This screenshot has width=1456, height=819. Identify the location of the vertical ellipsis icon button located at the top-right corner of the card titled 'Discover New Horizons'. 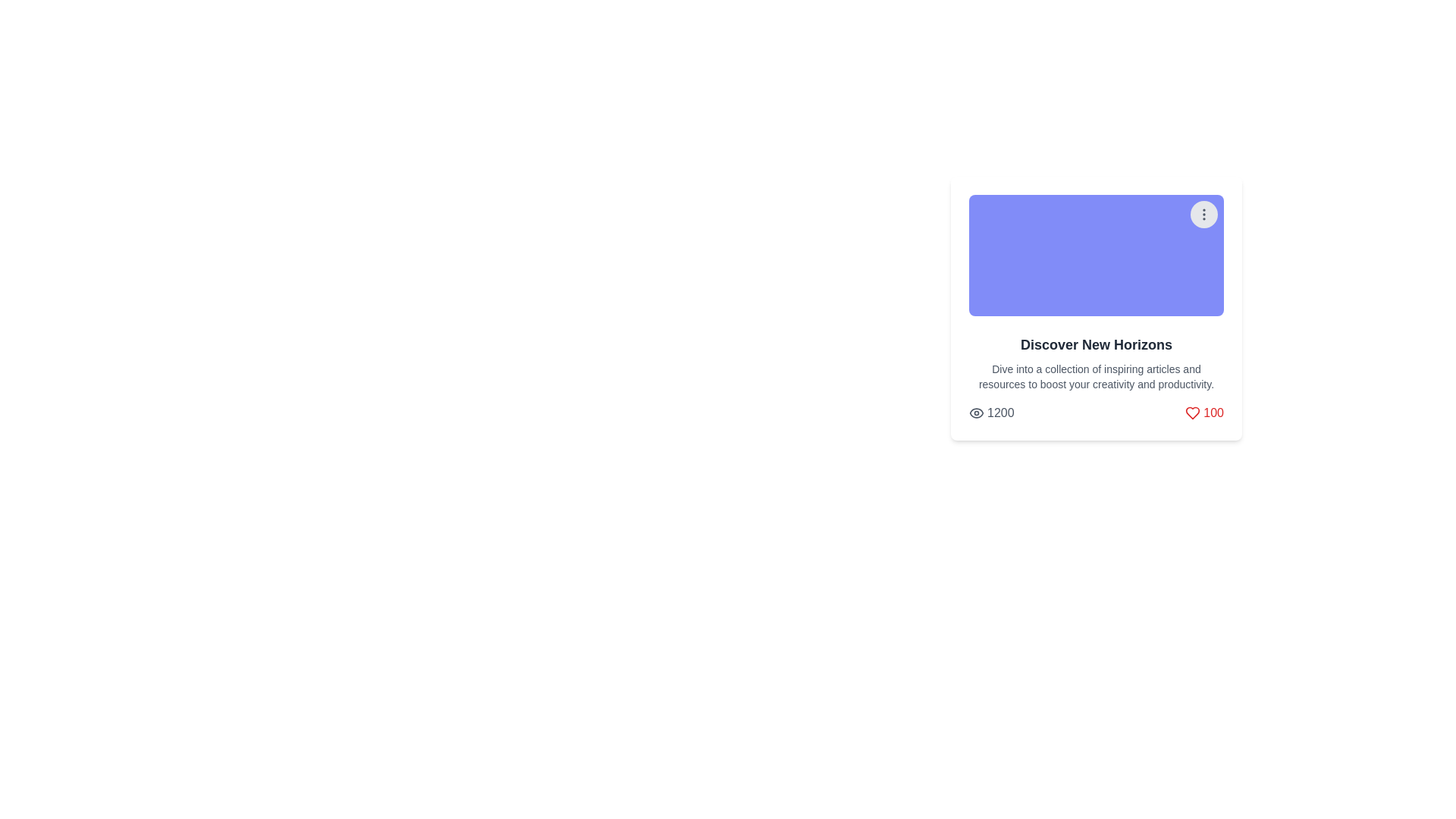
(1203, 214).